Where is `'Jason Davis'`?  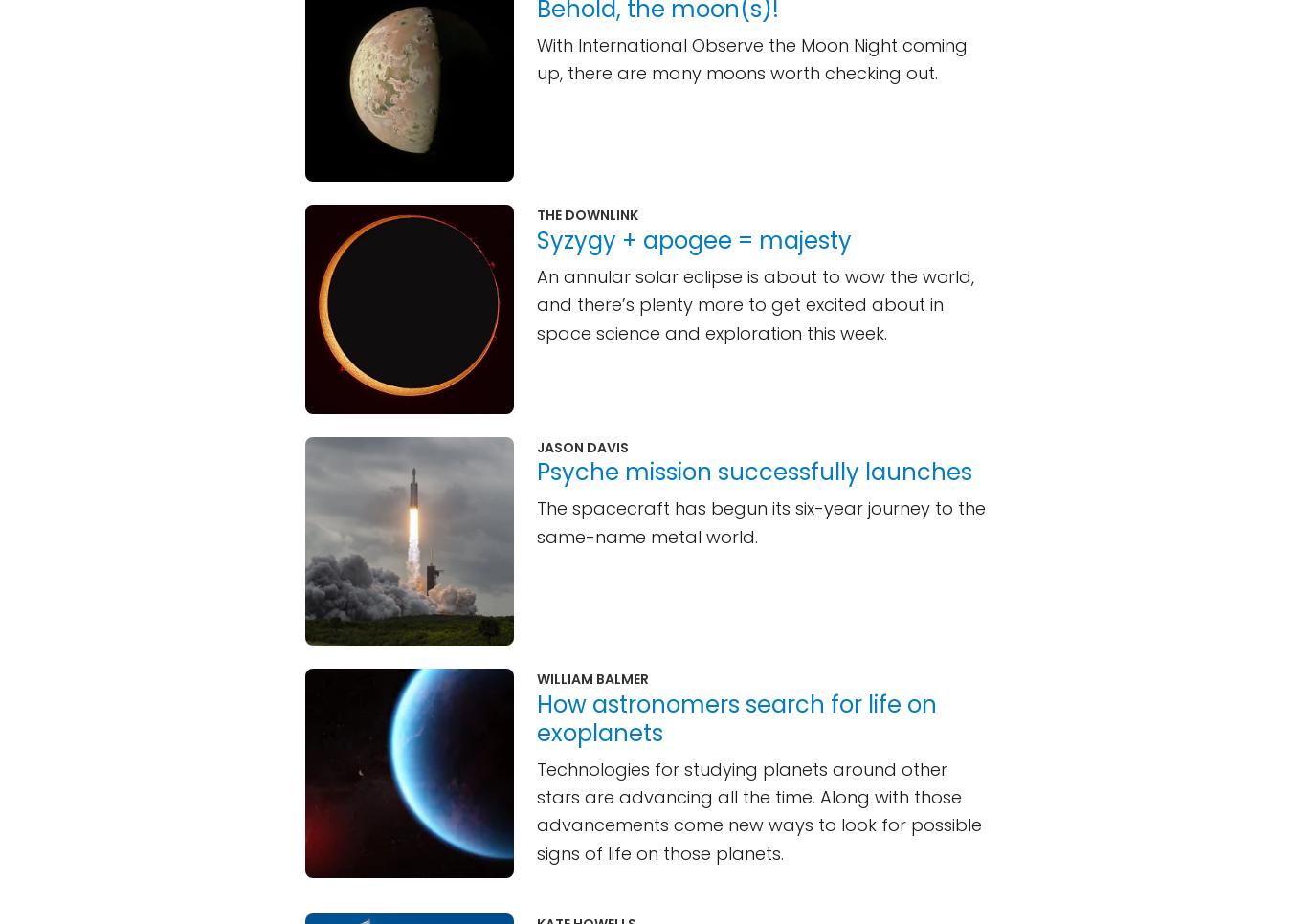
'Jason Davis' is located at coordinates (582, 446).